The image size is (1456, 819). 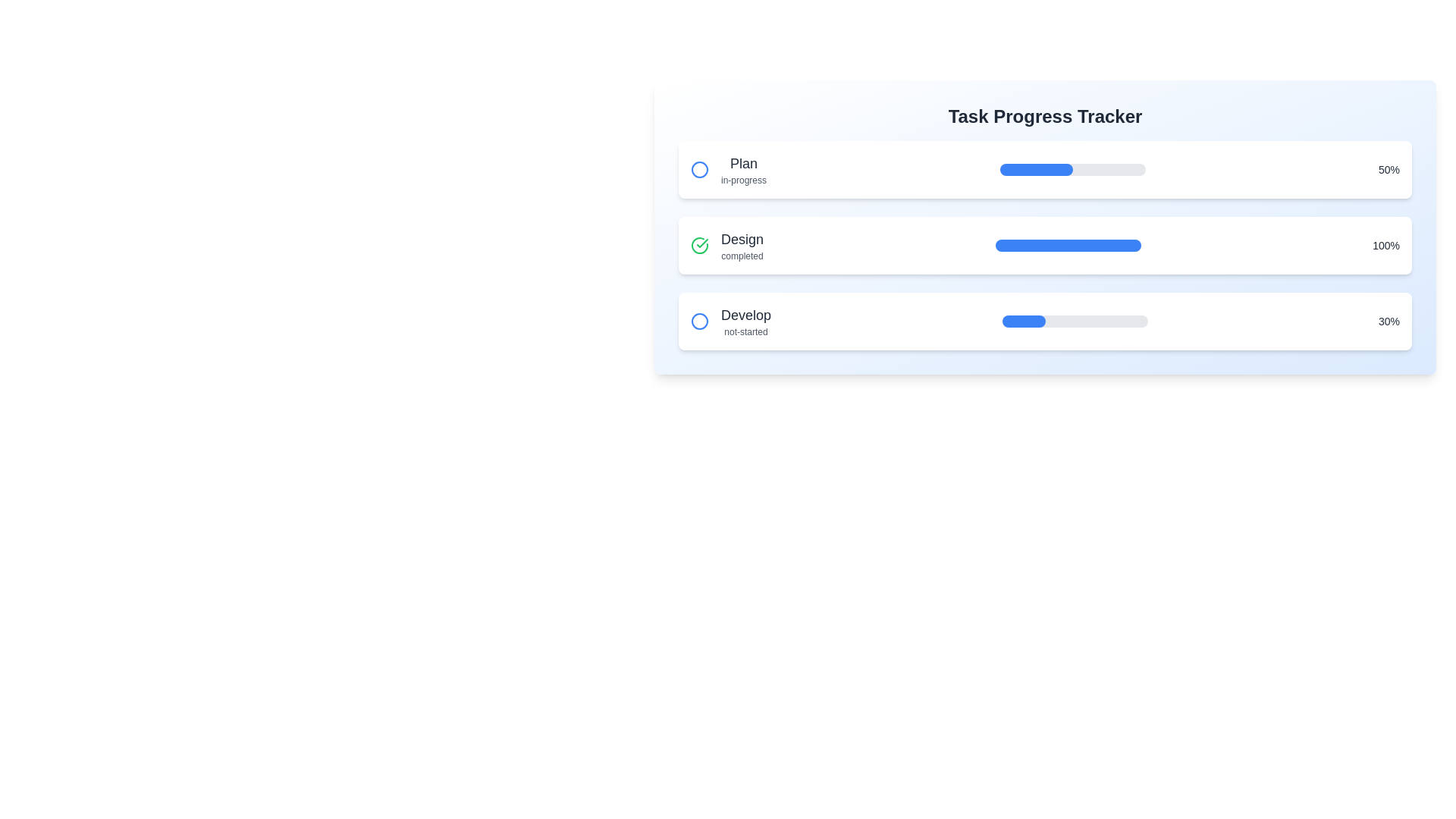 I want to click on the static text label displaying the task name 'Design' and its completion status 'completed' in the Task Progress Tracker interface, so click(x=742, y=245).